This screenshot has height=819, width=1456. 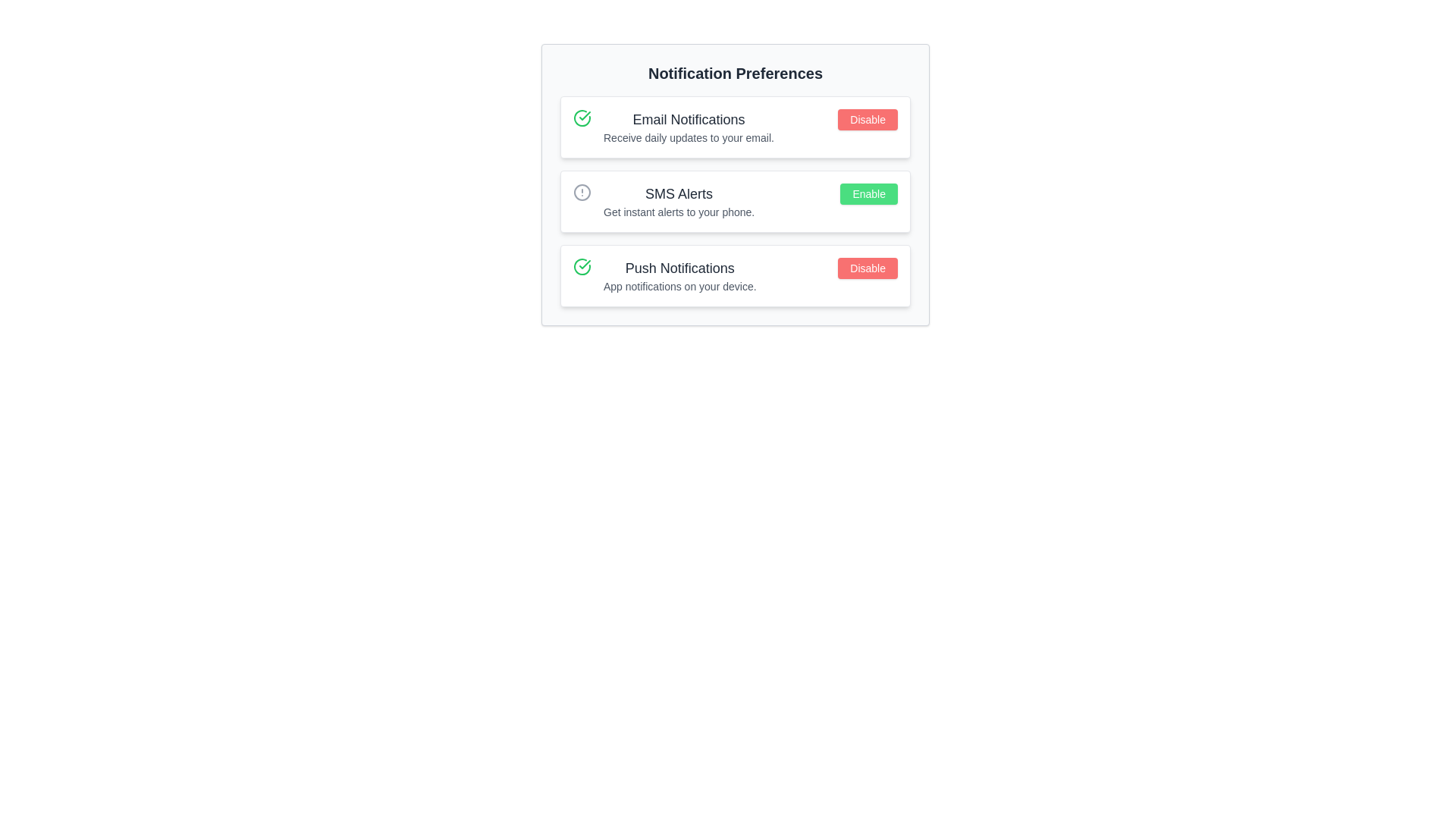 I want to click on the 'Push Notifications' text label, which is a large, bold, gray font indicating a prominent heading in the notification preferences panel, so click(x=679, y=268).